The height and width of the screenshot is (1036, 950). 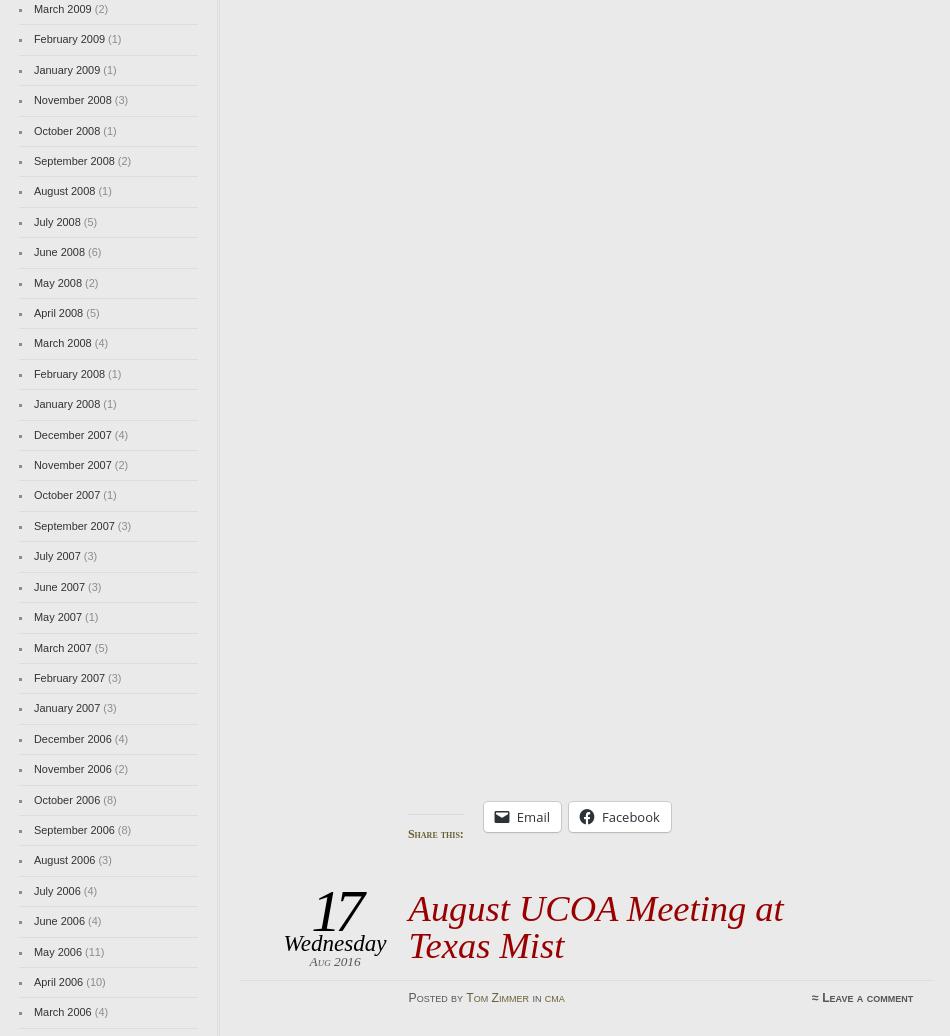 What do you see at coordinates (68, 677) in the screenshot?
I see `'February 2007'` at bounding box center [68, 677].